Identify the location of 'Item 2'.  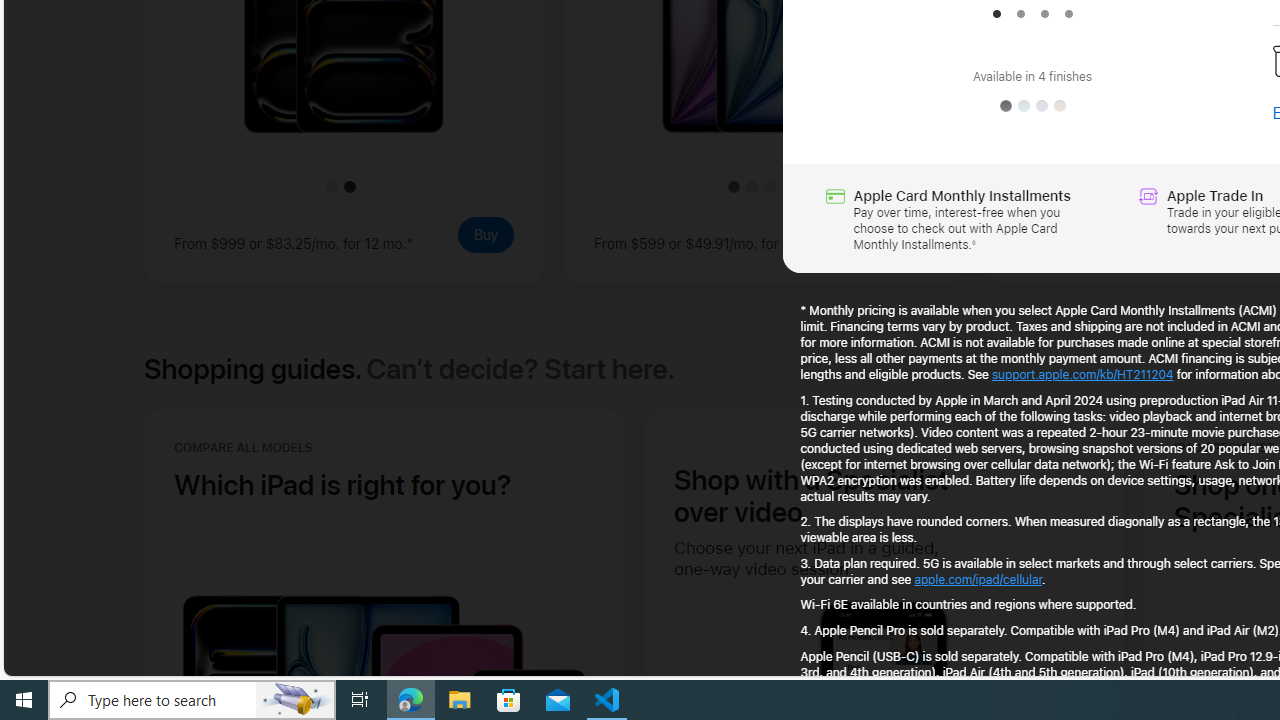
(1020, 14).